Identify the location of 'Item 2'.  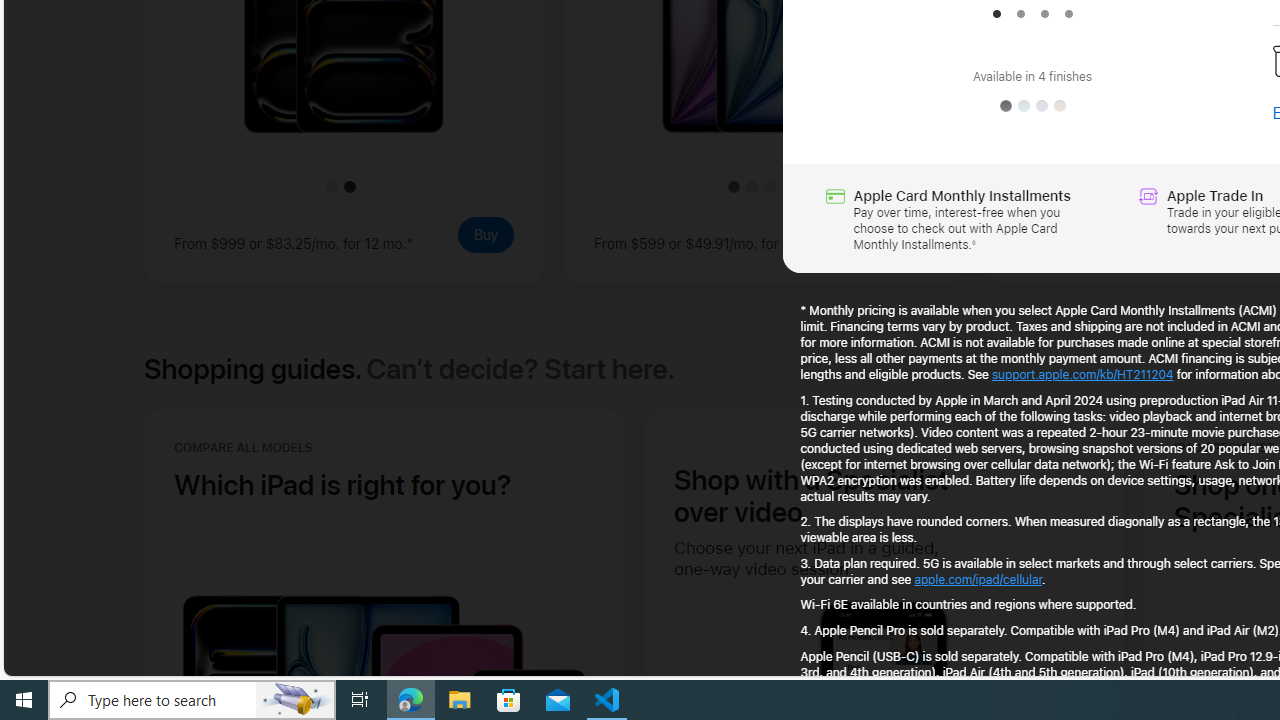
(1020, 14).